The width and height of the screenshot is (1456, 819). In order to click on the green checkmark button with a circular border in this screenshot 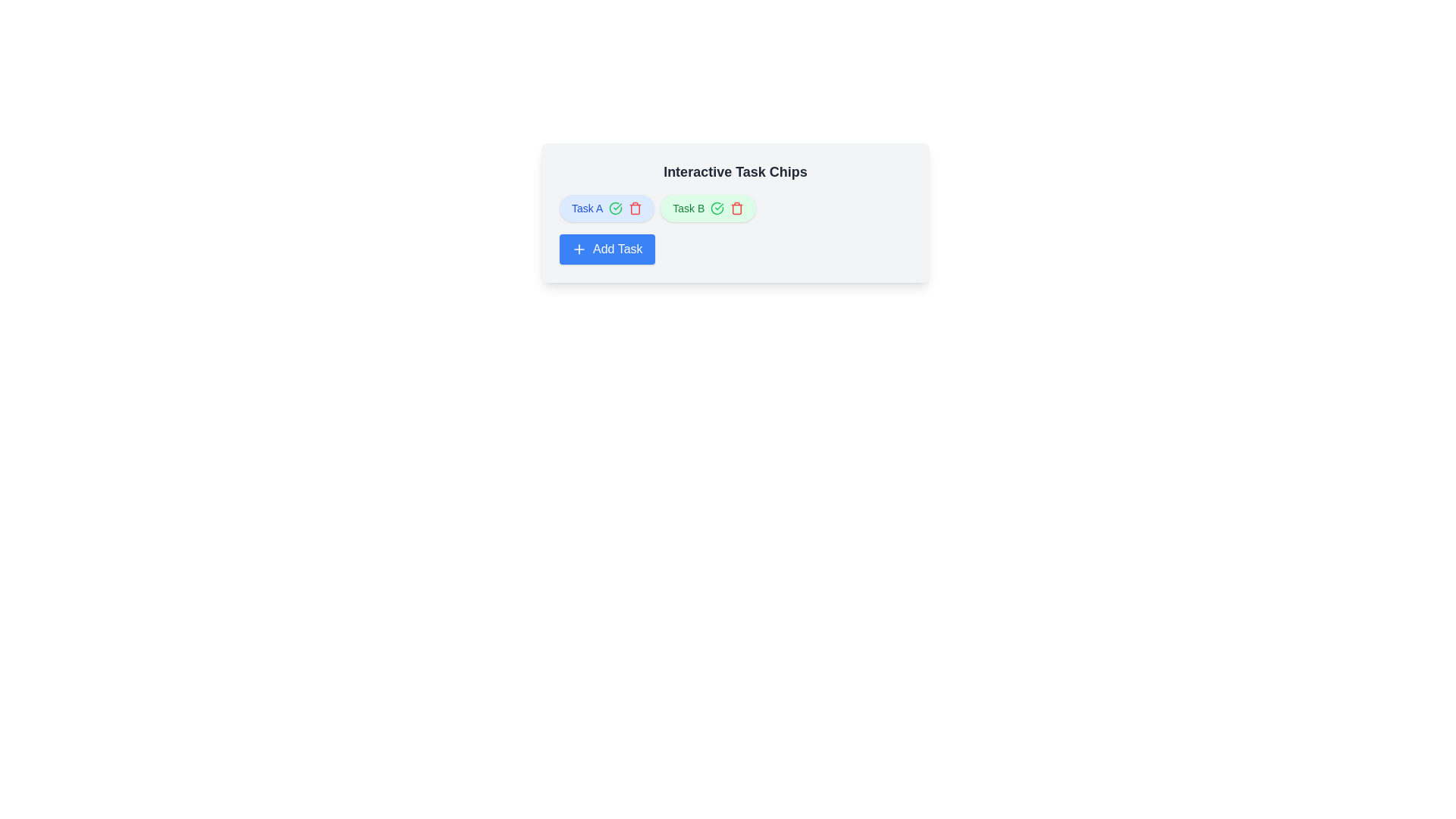, I will do `click(616, 208)`.